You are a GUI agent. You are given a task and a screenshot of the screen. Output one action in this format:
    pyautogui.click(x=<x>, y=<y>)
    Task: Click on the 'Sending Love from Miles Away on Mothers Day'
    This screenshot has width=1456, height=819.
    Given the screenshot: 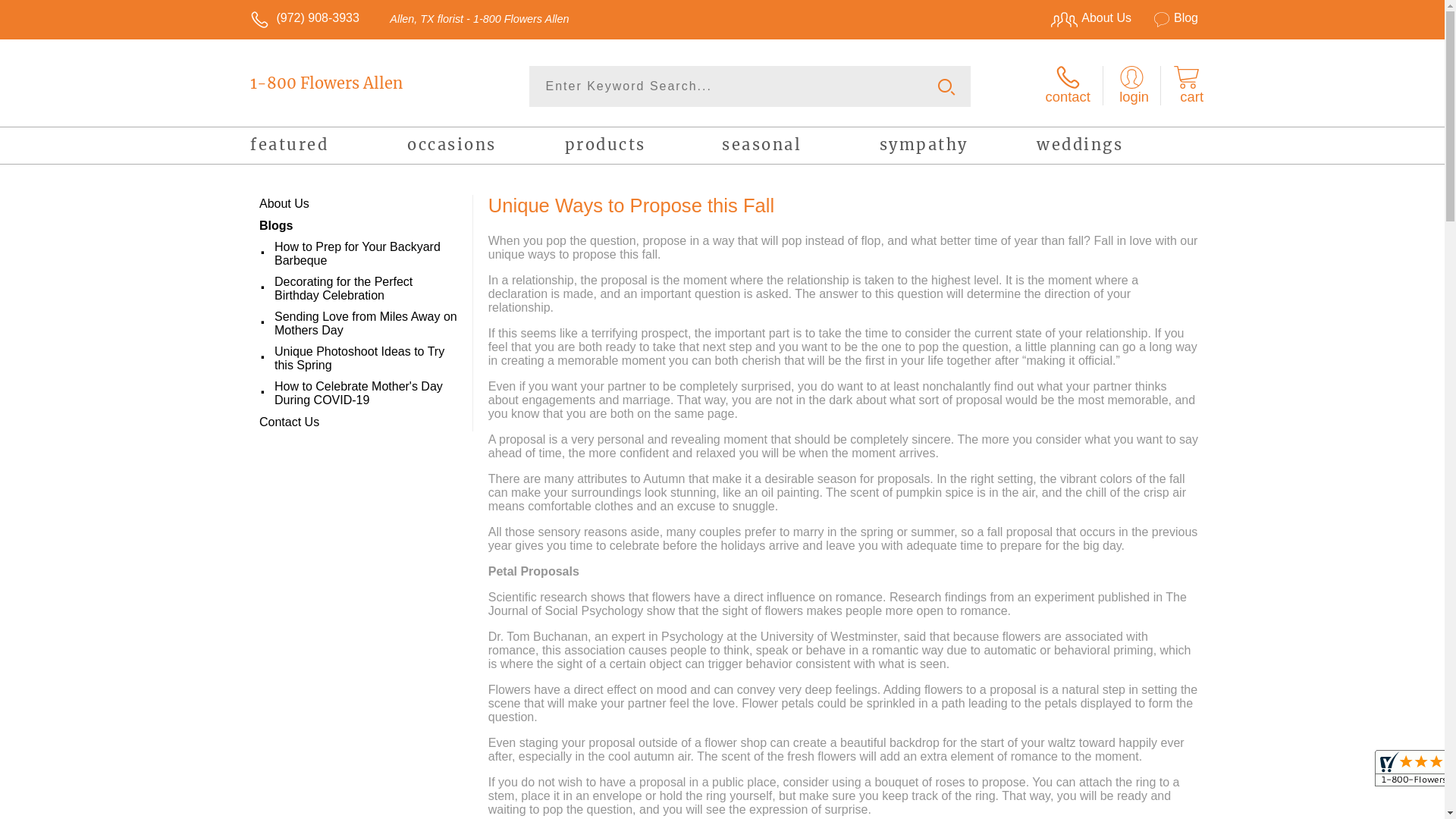 What is the action you would take?
    pyautogui.click(x=367, y=323)
    